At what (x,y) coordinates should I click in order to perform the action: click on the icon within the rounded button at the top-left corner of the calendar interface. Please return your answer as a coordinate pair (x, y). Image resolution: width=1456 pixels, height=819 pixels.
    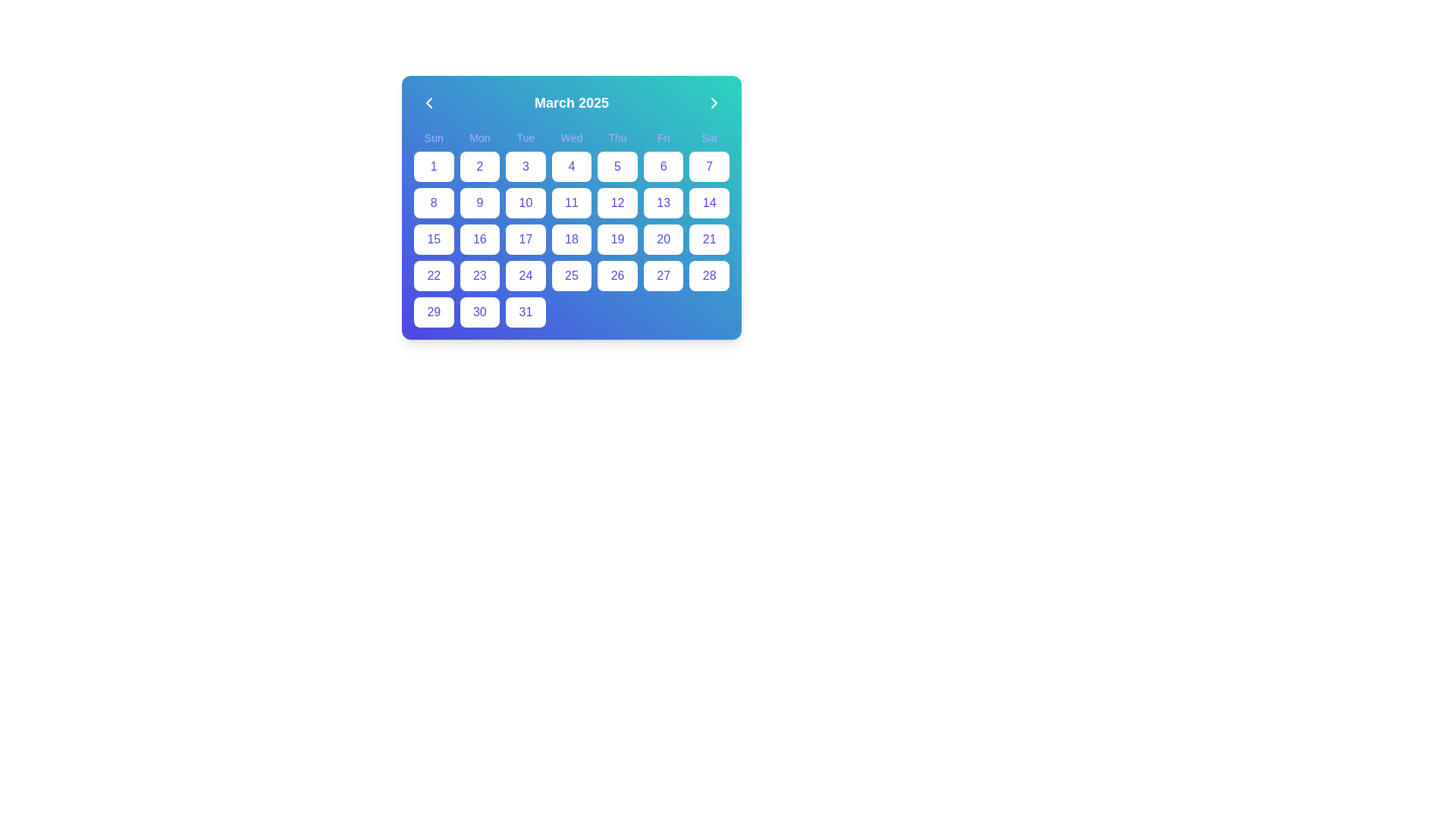
    Looking at the image, I should click on (428, 102).